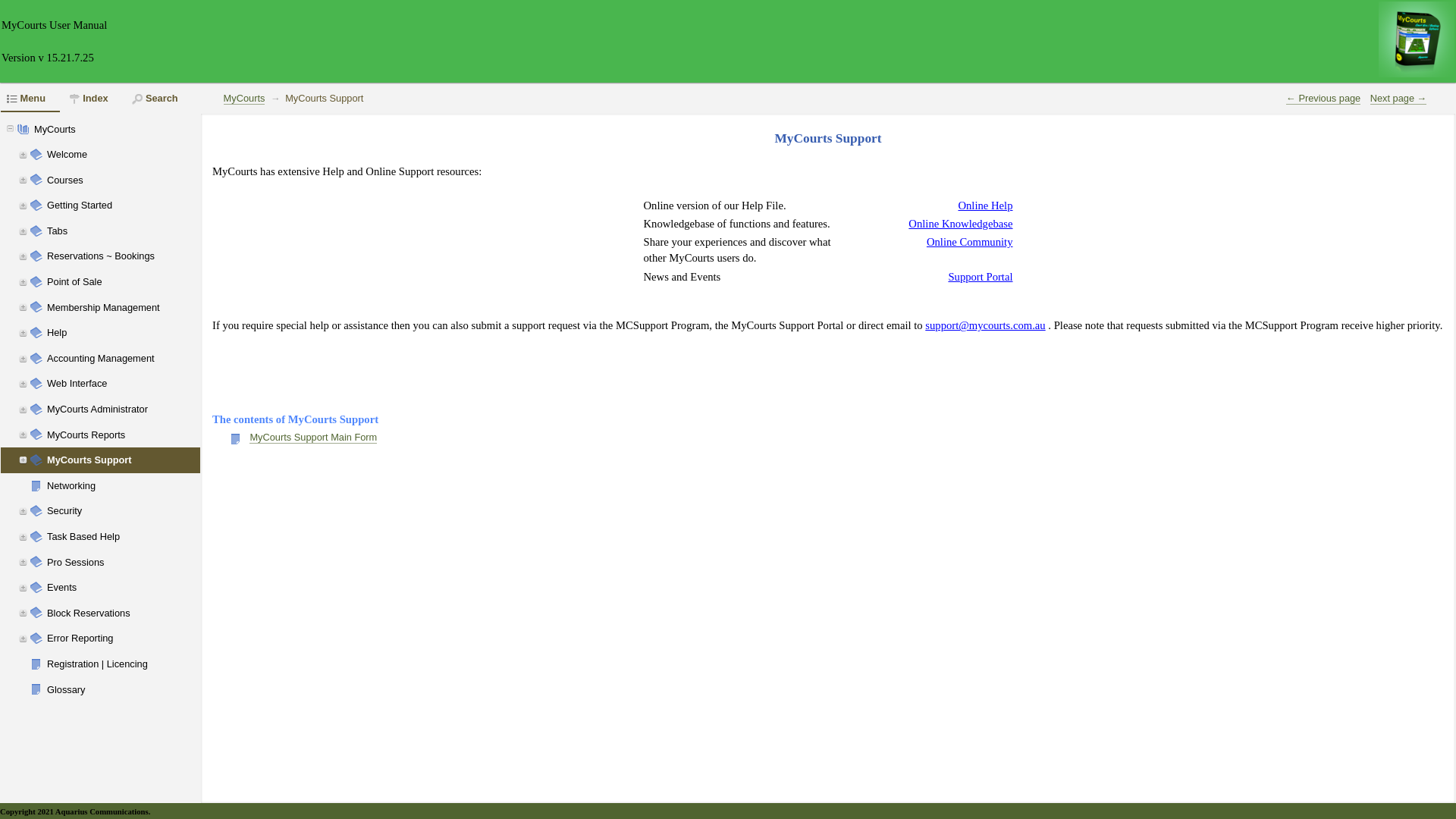  I want to click on 'Networking', so click(143, 485).